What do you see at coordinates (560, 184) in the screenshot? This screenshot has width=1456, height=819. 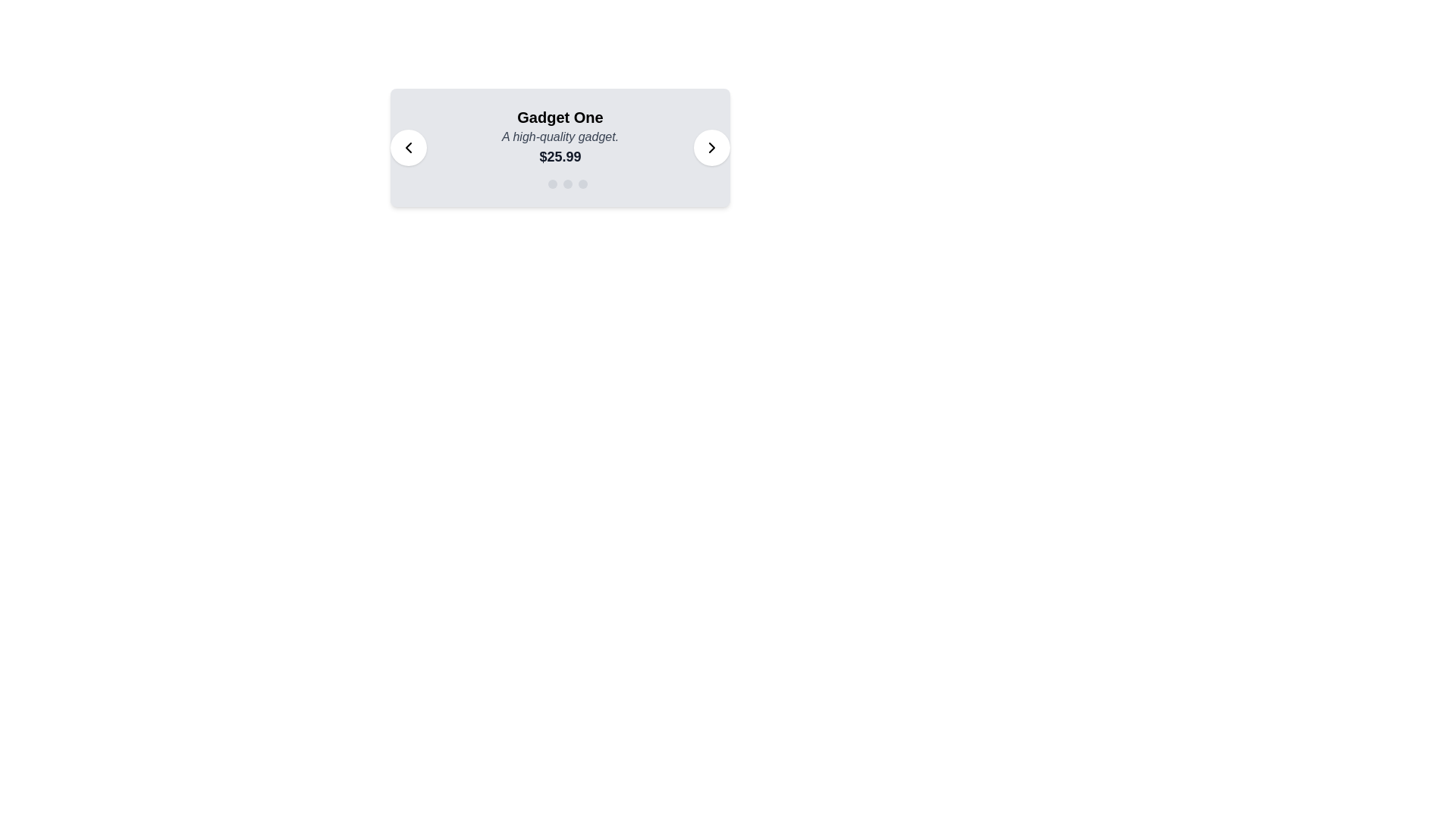 I see `the blue circle of the Carousel indicator to switch to the first carousel item` at bounding box center [560, 184].